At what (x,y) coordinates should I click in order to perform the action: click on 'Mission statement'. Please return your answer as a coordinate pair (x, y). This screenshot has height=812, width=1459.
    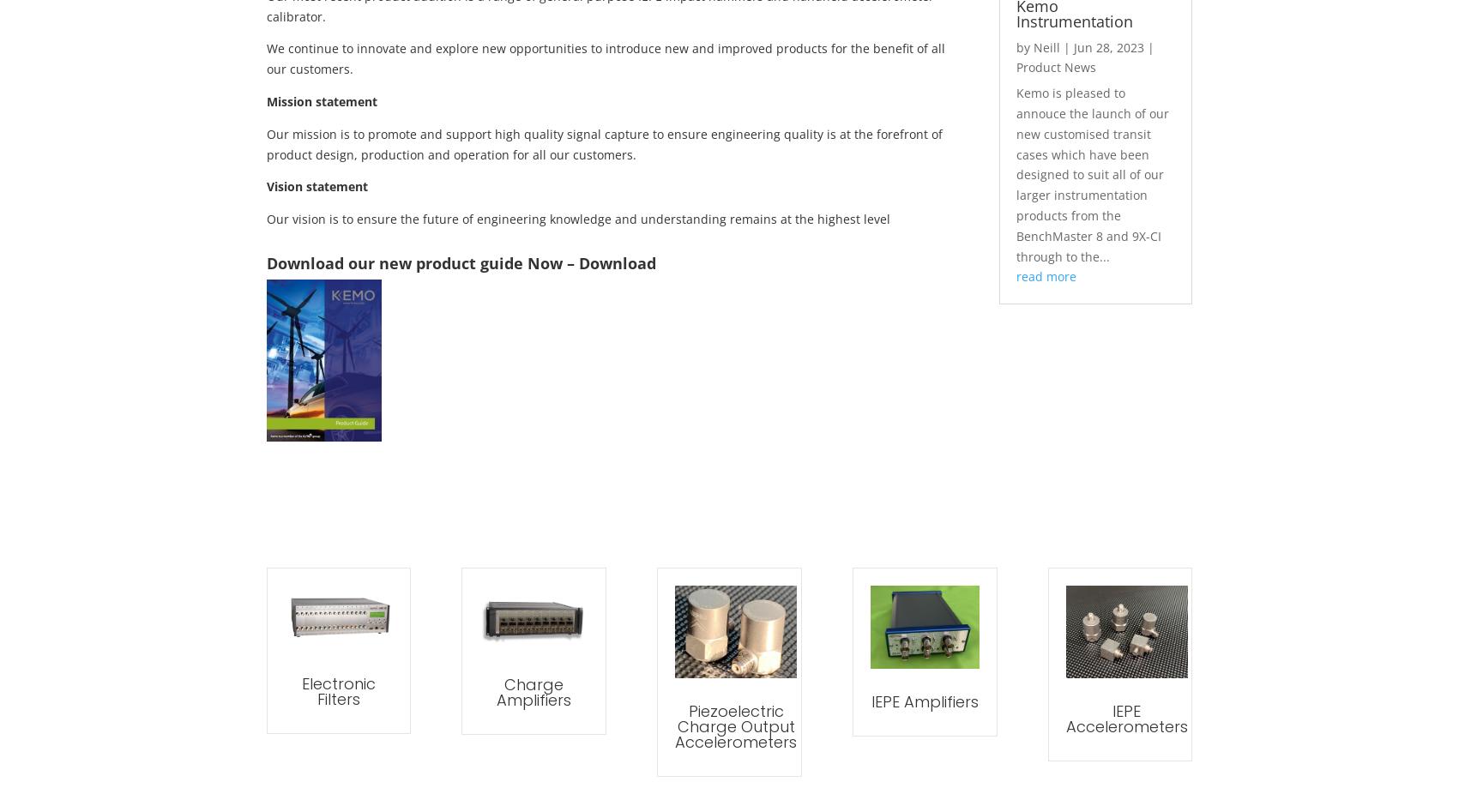
    Looking at the image, I should click on (320, 99).